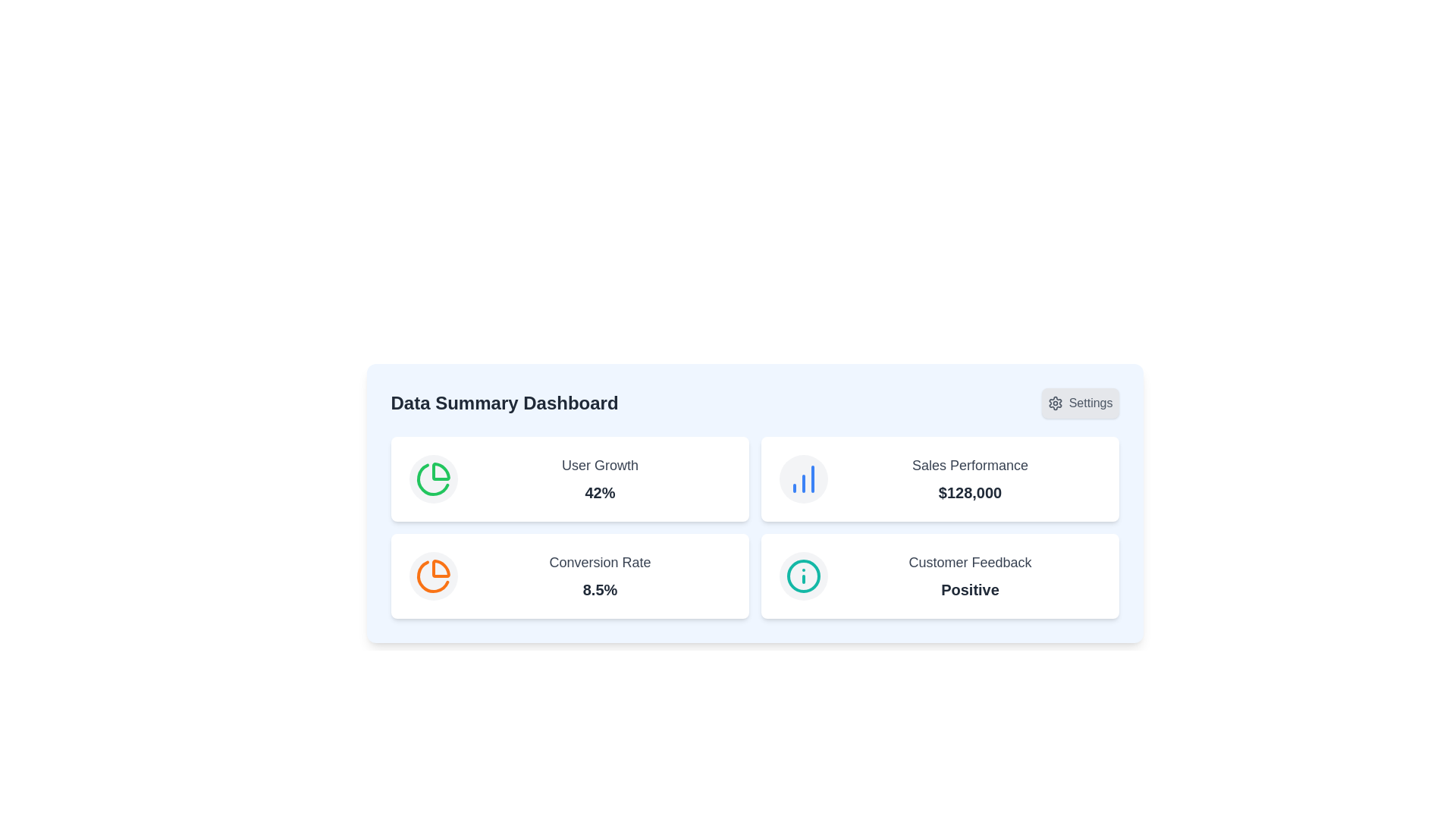 This screenshot has height=819, width=1456. I want to click on the text label located above the '$128,000' text in the top-right quadrant of the interface grid layout, so click(969, 464).